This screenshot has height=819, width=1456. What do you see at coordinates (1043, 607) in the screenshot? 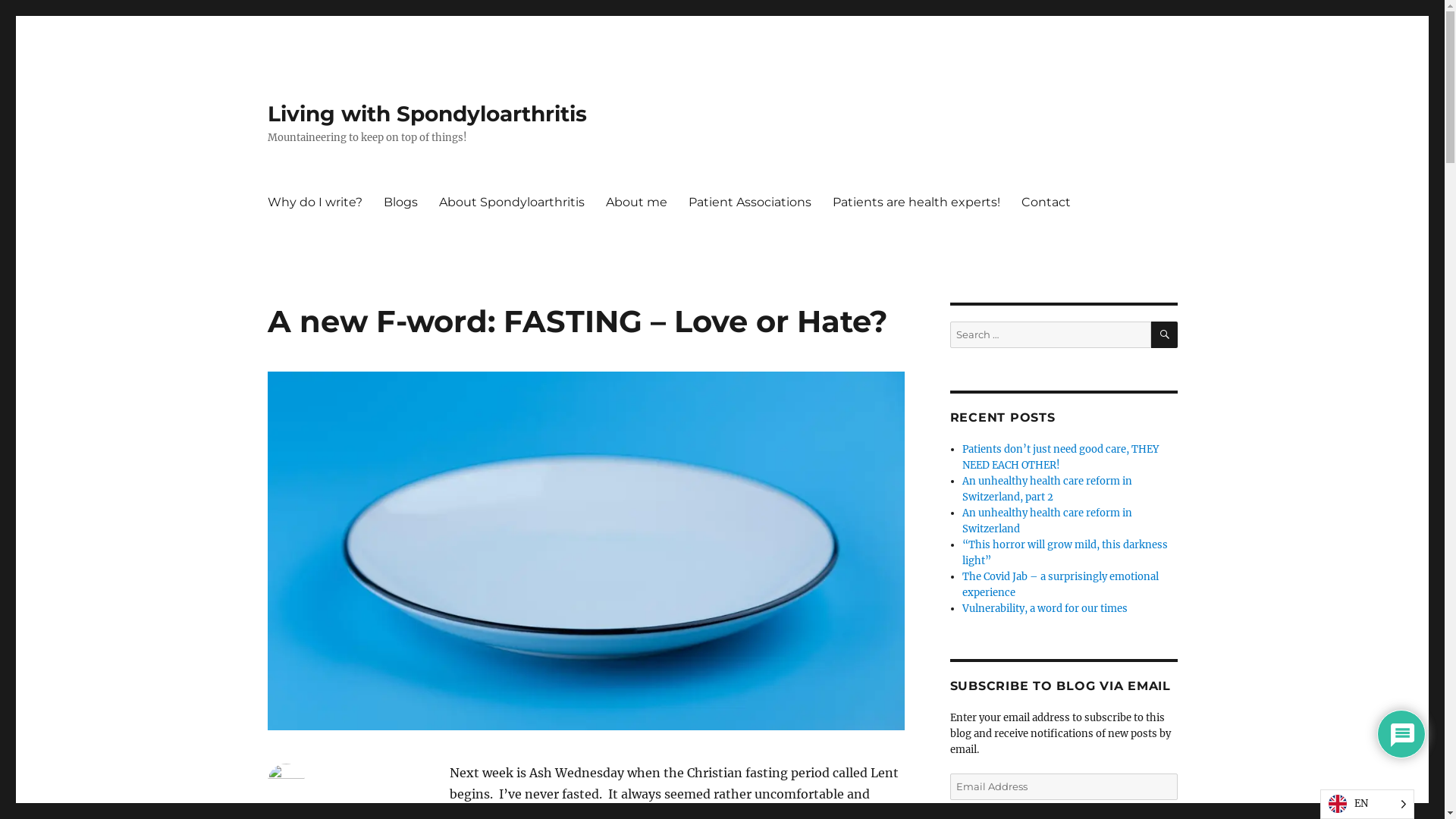
I see `'Vulnerability, a word for our times'` at bounding box center [1043, 607].